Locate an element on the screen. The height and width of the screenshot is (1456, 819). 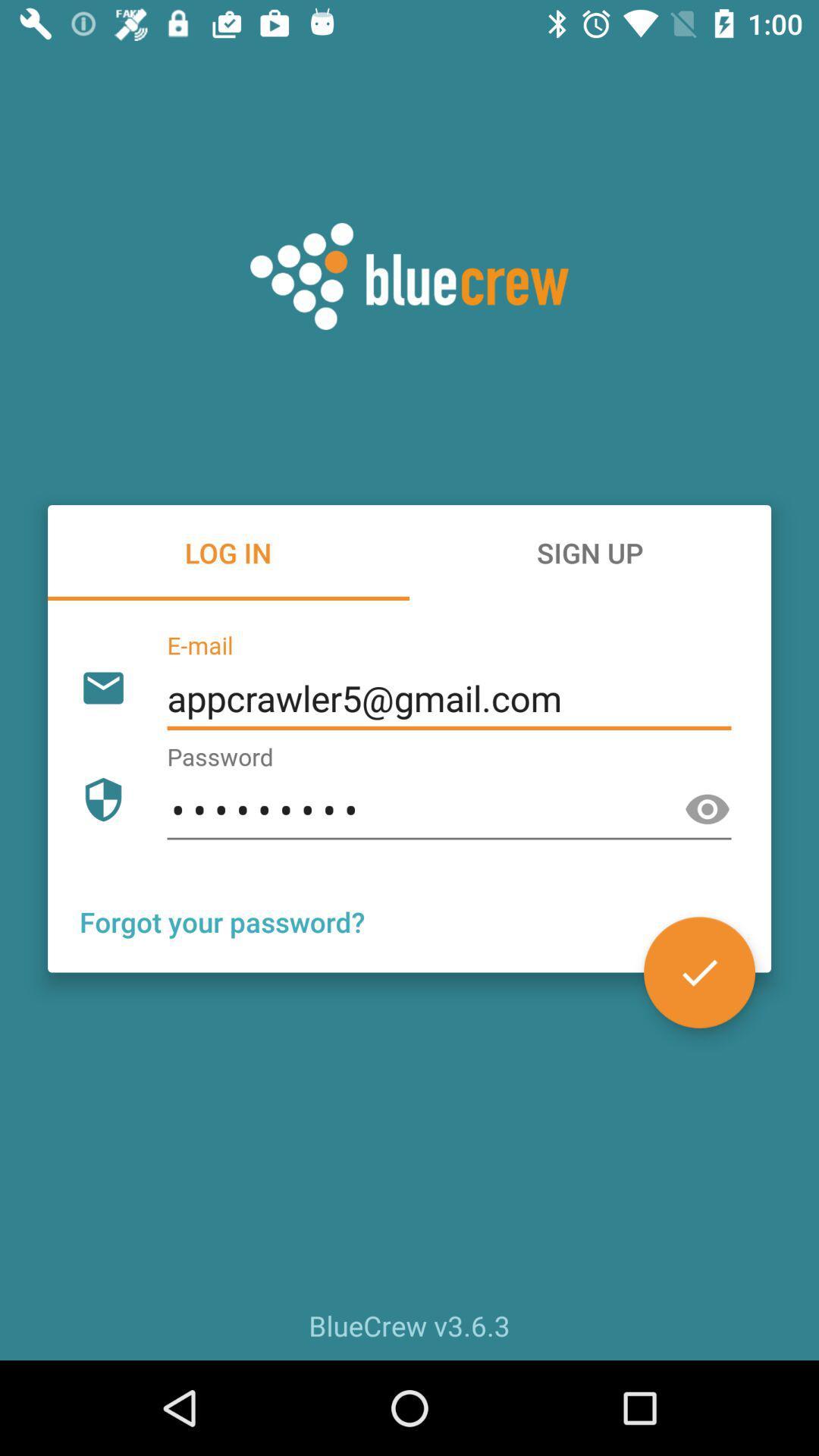
information is located at coordinates (699, 972).